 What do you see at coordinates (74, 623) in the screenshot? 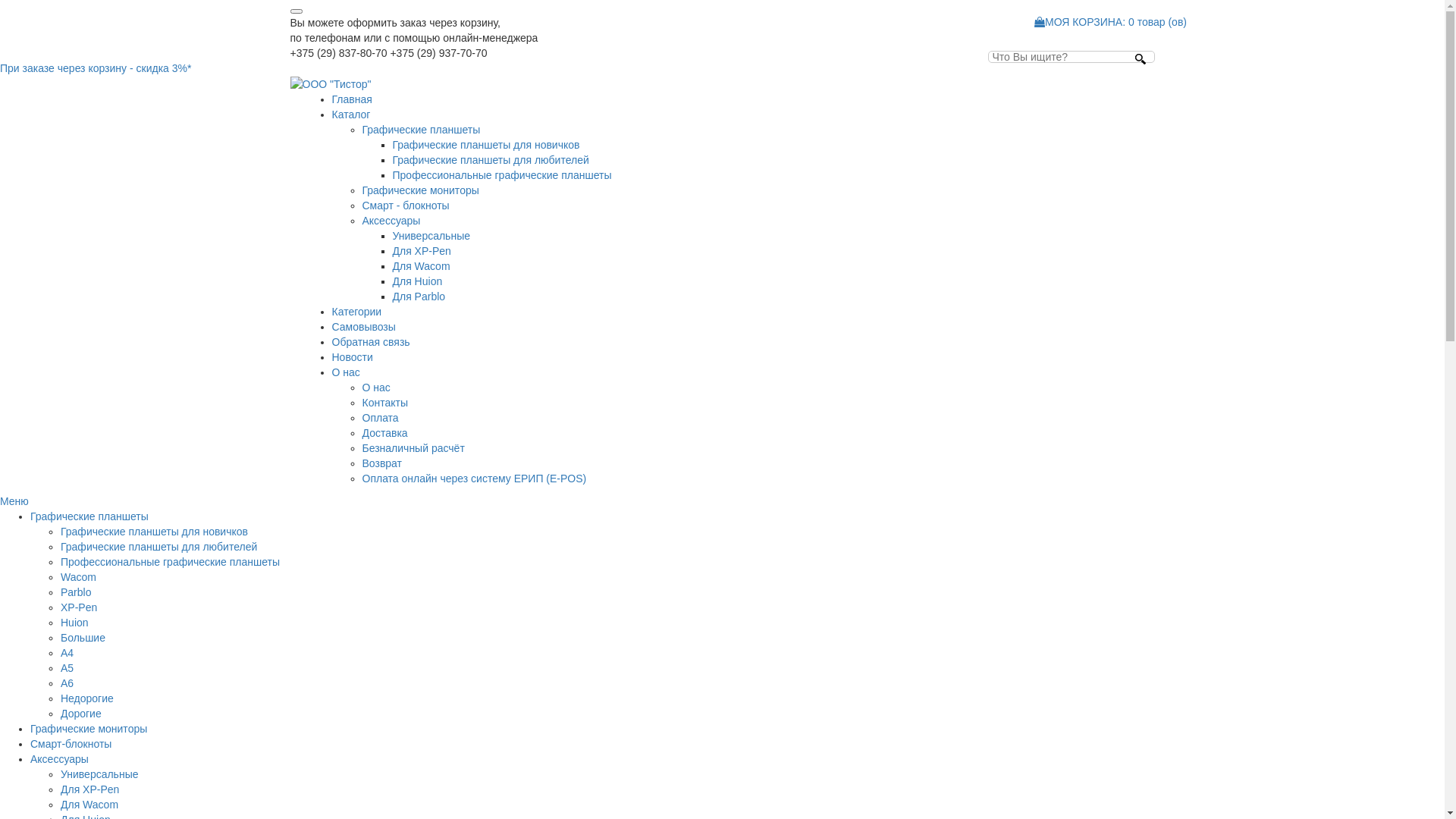
I see `'Huion'` at bounding box center [74, 623].